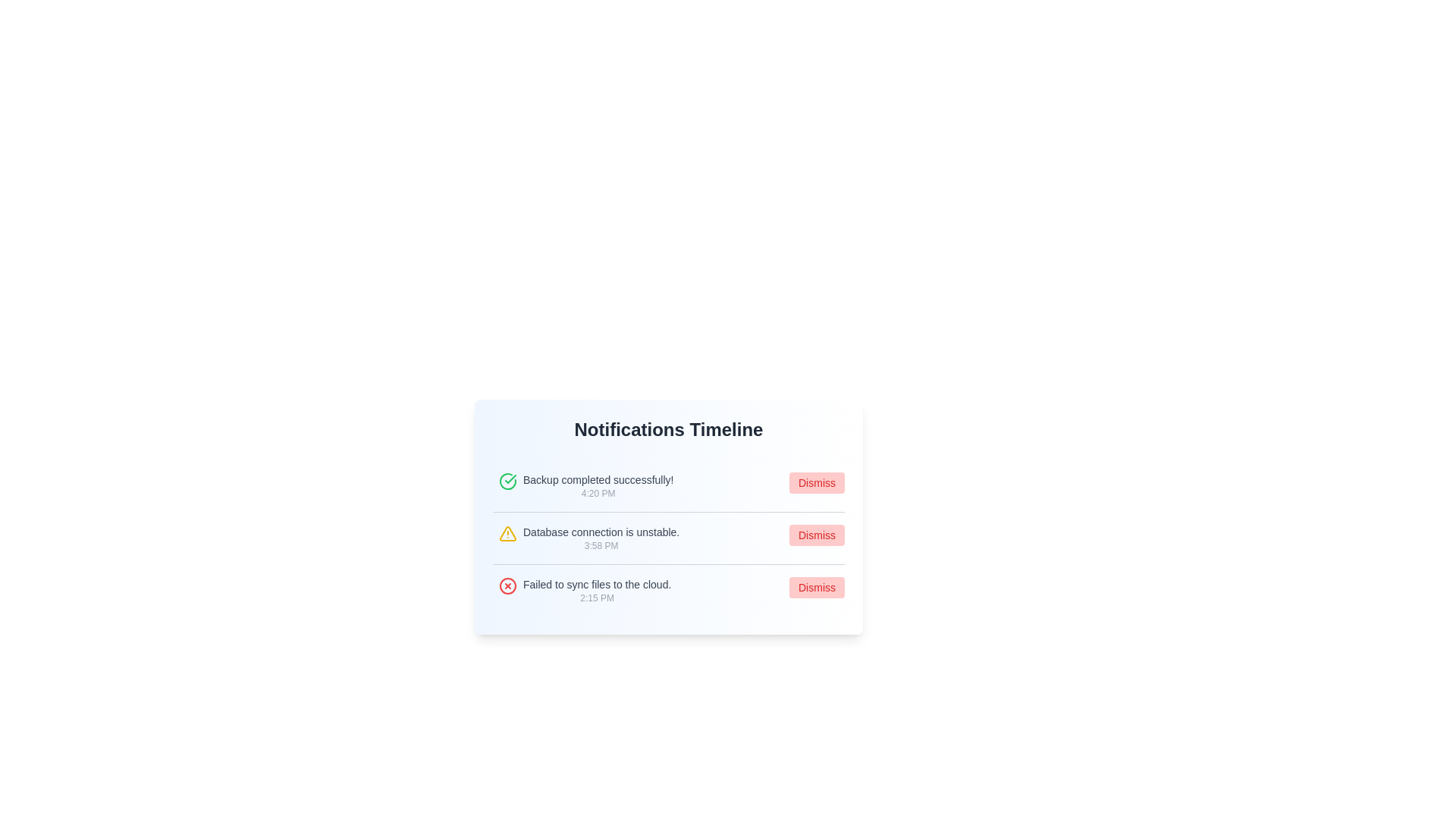 This screenshot has height=819, width=1456. What do you see at coordinates (601, 532) in the screenshot?
I see `the static text notification displaying 'Database connection is unstable.' which is positioned in the notifications list as the second item, above the timestamp '3:58 PM'` at bounding box center [601, 532].